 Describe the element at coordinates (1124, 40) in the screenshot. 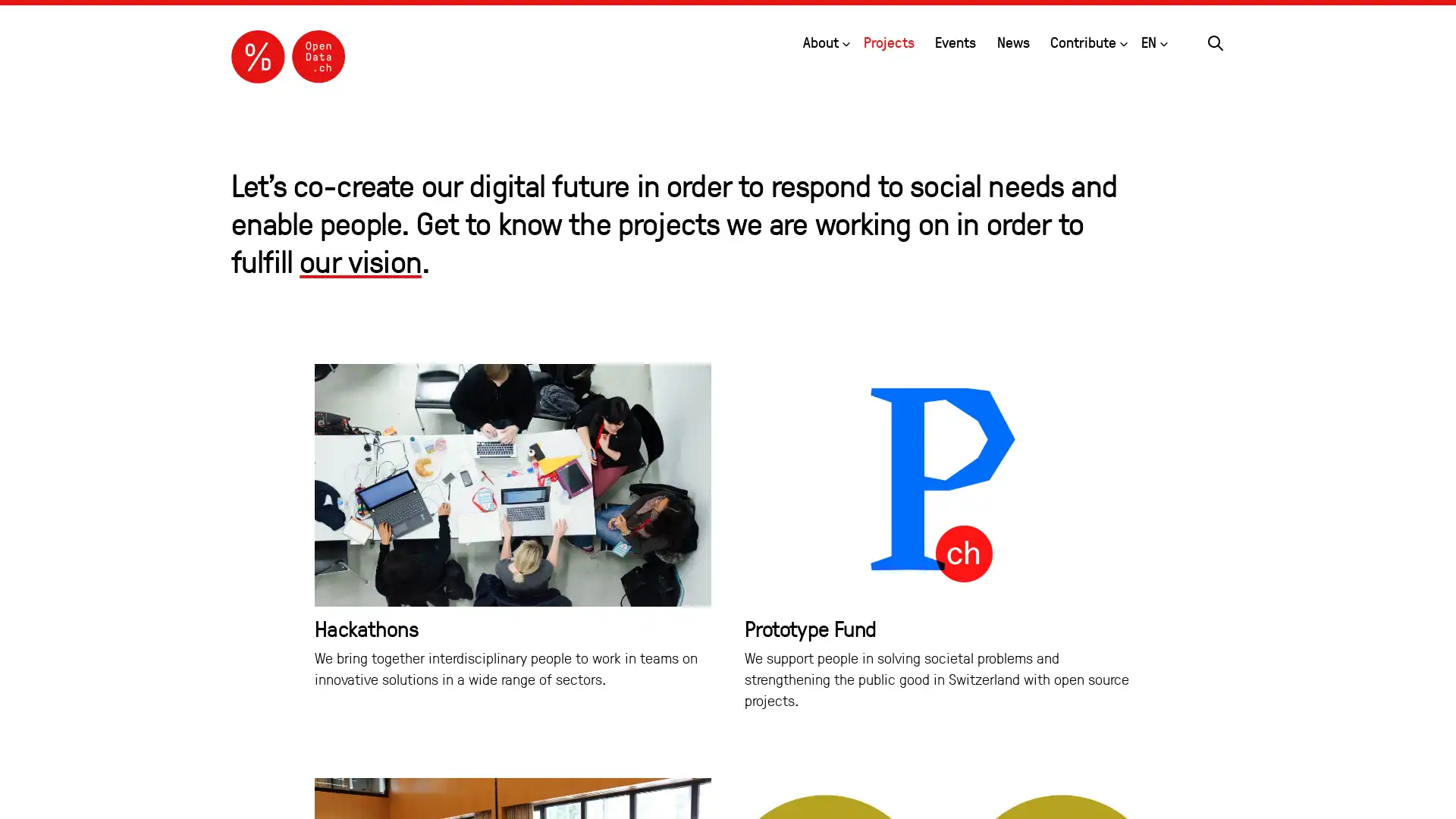

I see `Open` at that location.